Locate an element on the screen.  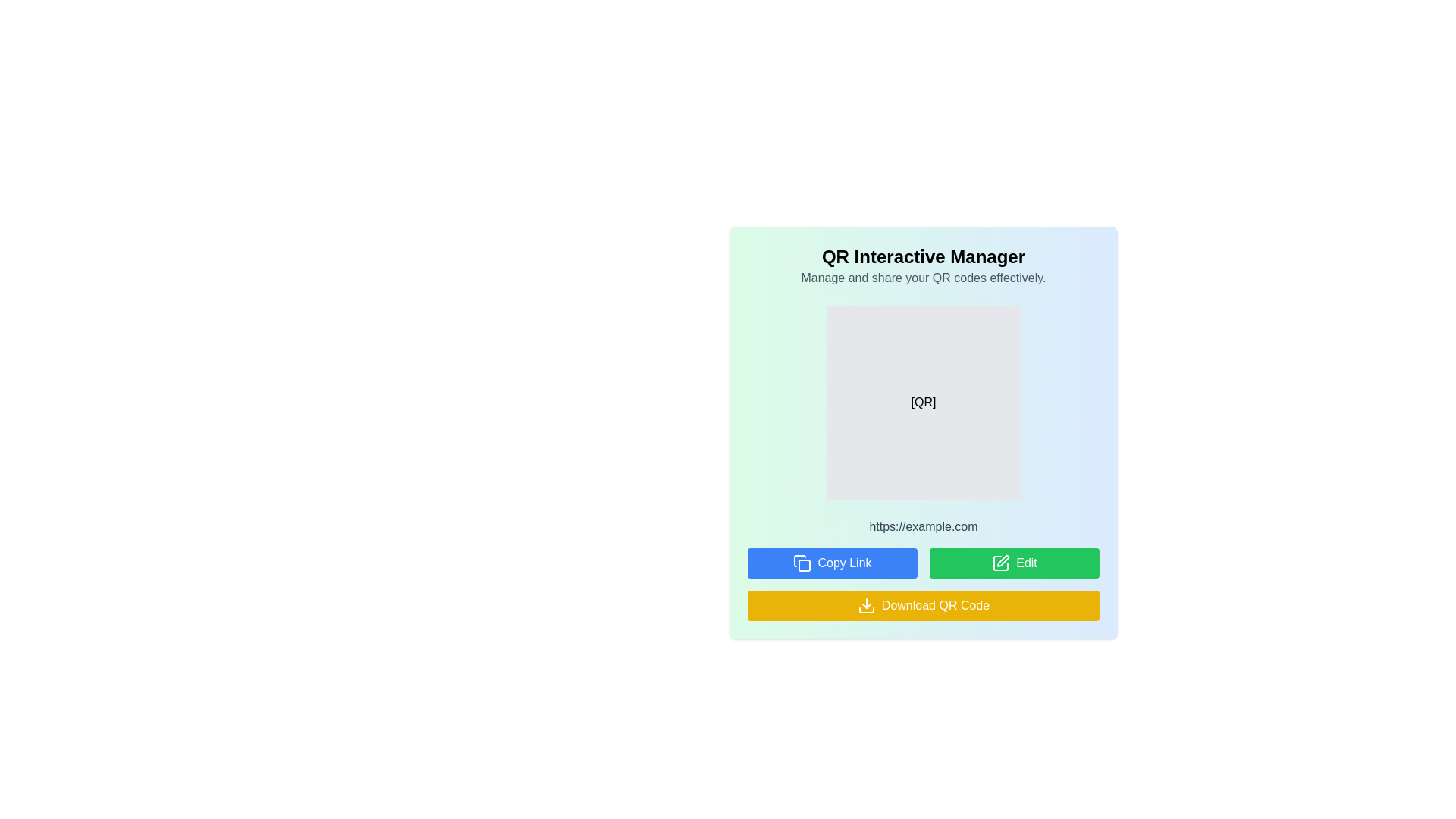
the blue square element with slightly rounded corners that serves as a background for the copy link icon, positioned centrally within the icon is located at coordinates (804, 565).